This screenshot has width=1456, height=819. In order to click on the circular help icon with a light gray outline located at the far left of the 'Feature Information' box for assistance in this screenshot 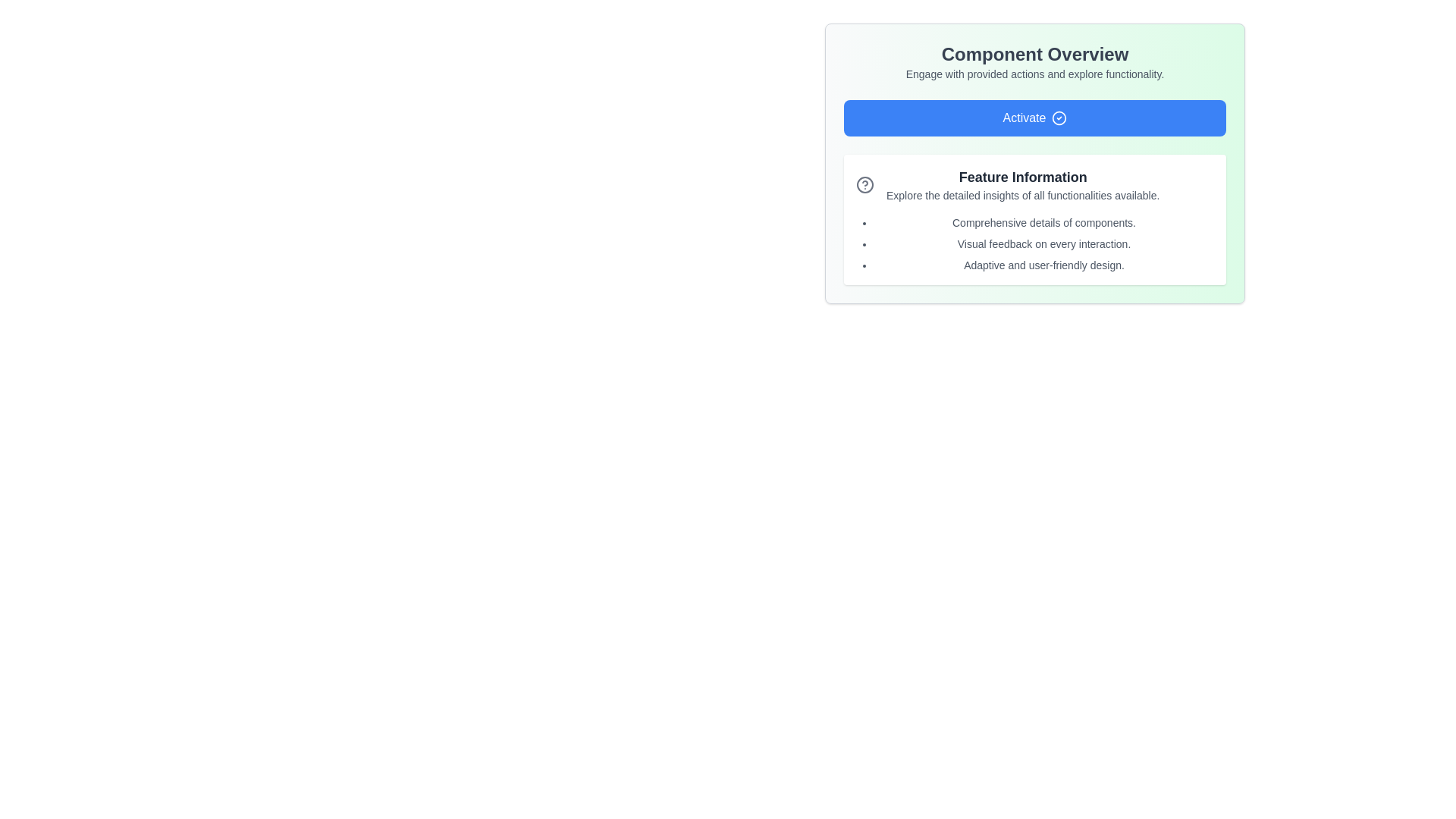, I will do `click(865, 184)`.